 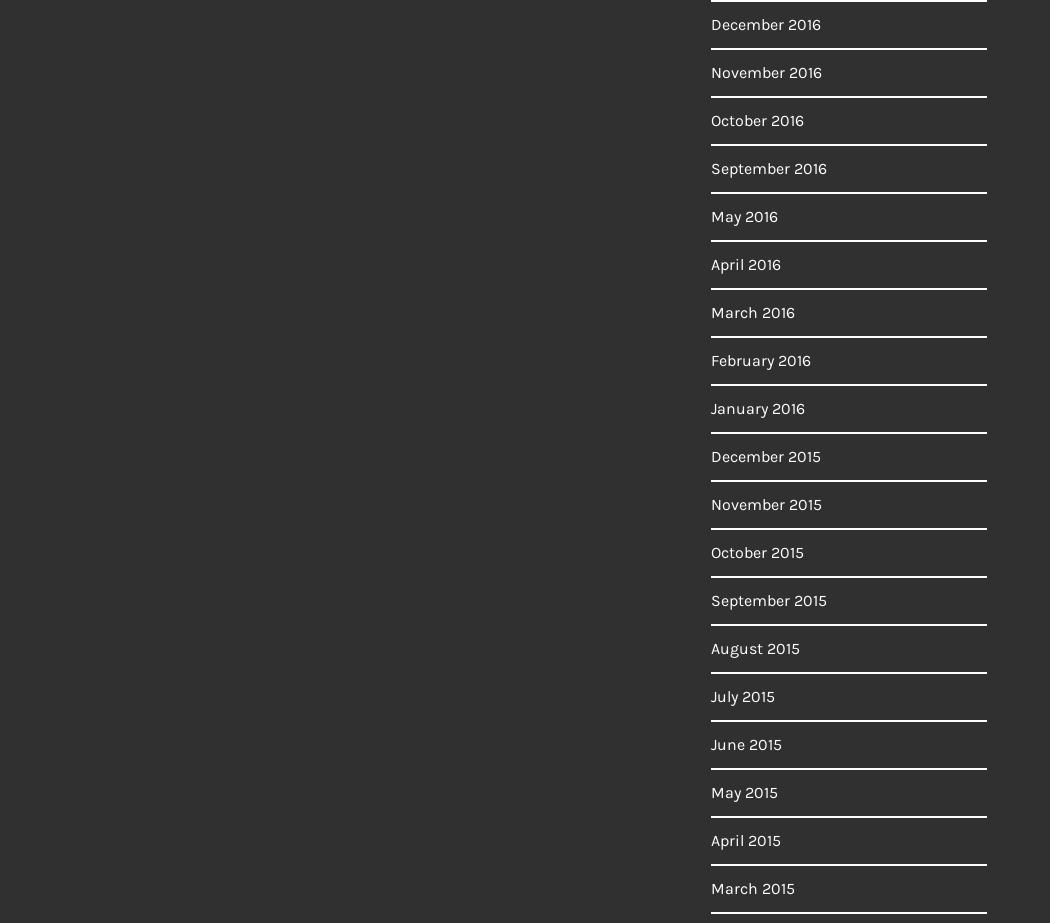 I want to click on 'May 2015', so click(x=743, y=791).